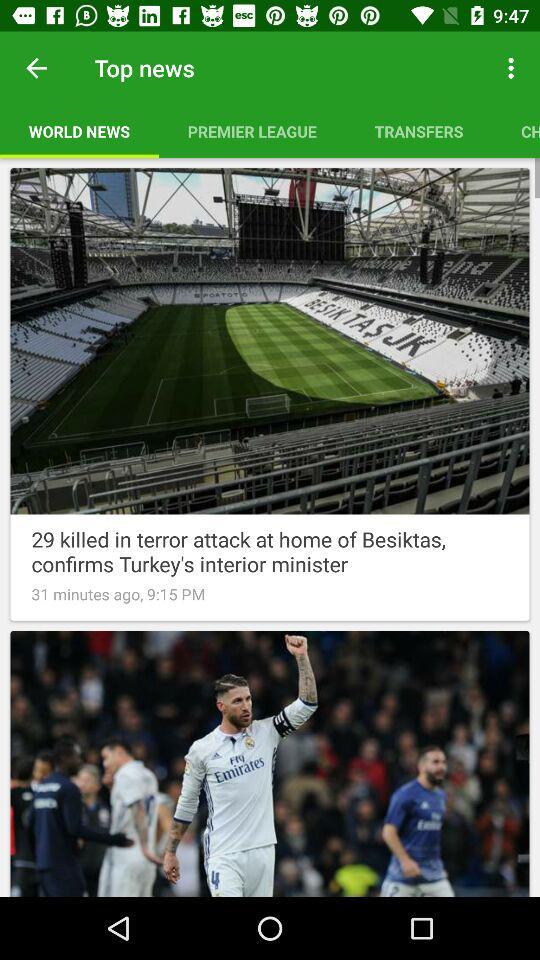 This screenshot has height=960, width=540. I want to click on champions league, so click(516, 130).